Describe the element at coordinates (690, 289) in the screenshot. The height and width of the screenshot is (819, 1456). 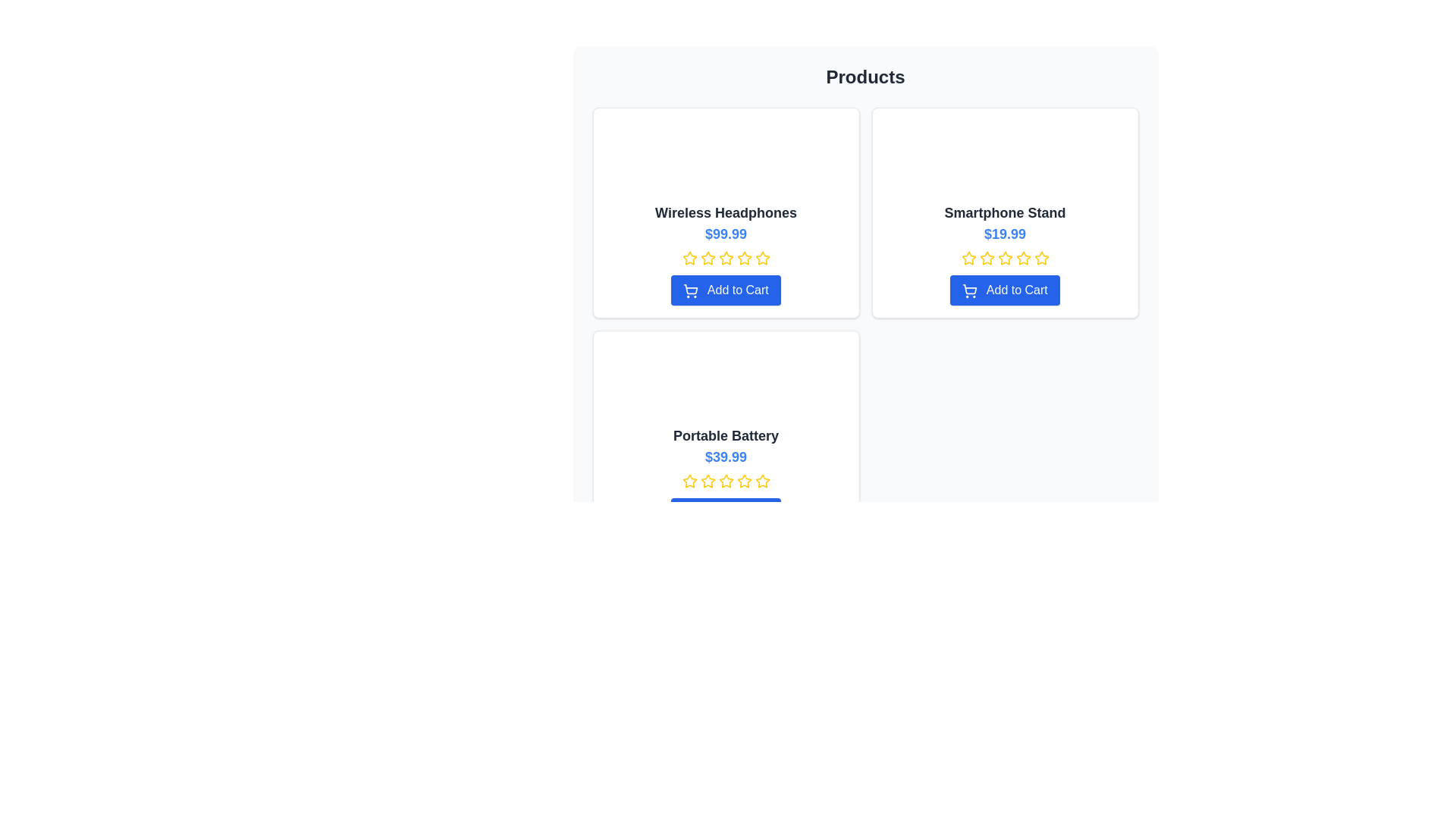
I see `the 'Add to Cart' button featuring a shopping cart icon for the 'Wireless Headphones' product` at that location.